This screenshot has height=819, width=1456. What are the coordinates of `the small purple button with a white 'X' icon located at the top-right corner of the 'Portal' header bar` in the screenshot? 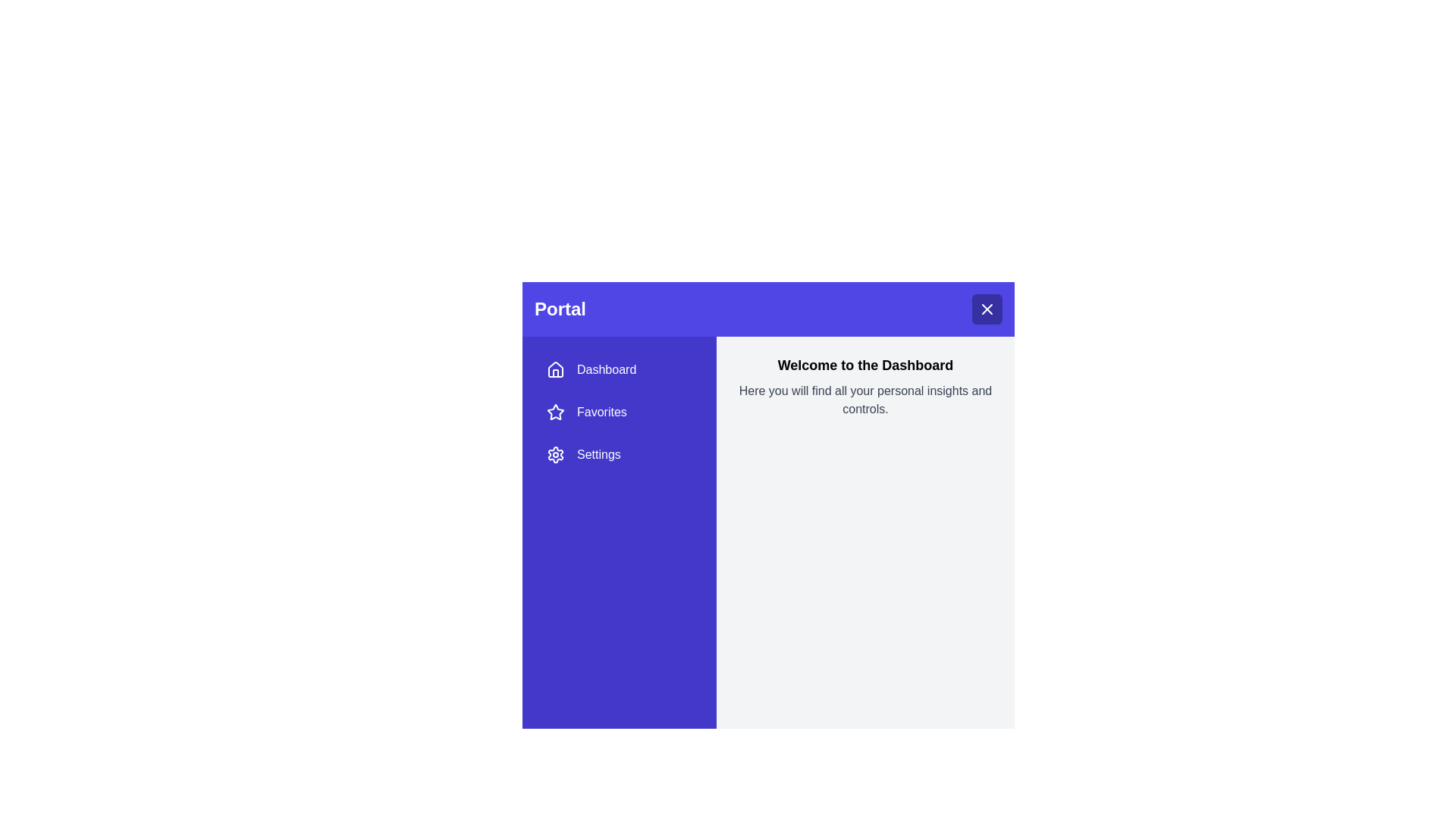 It's located at (987, 309).